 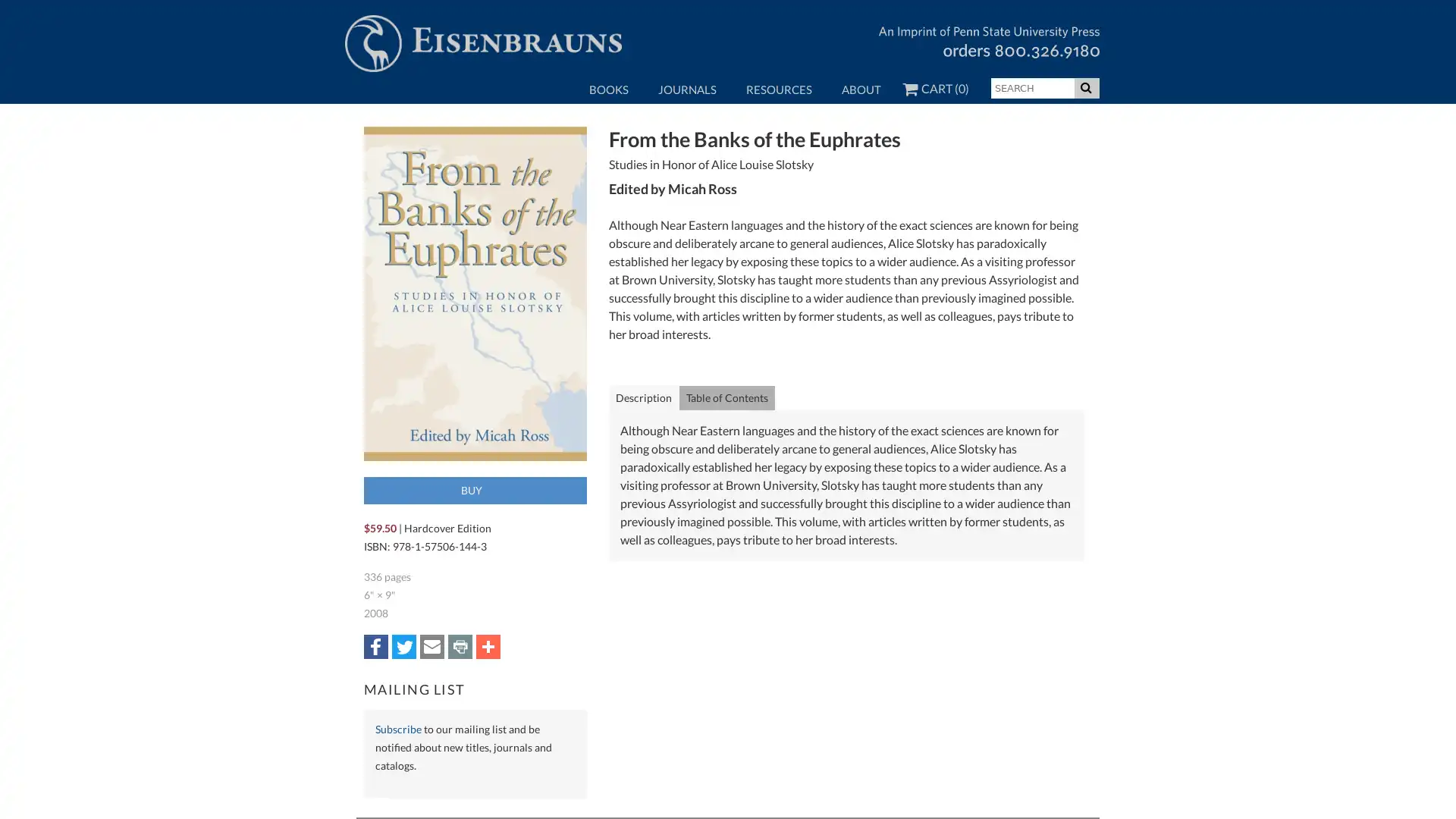 I want to click on Share to Print, so click(x=458, y=646).